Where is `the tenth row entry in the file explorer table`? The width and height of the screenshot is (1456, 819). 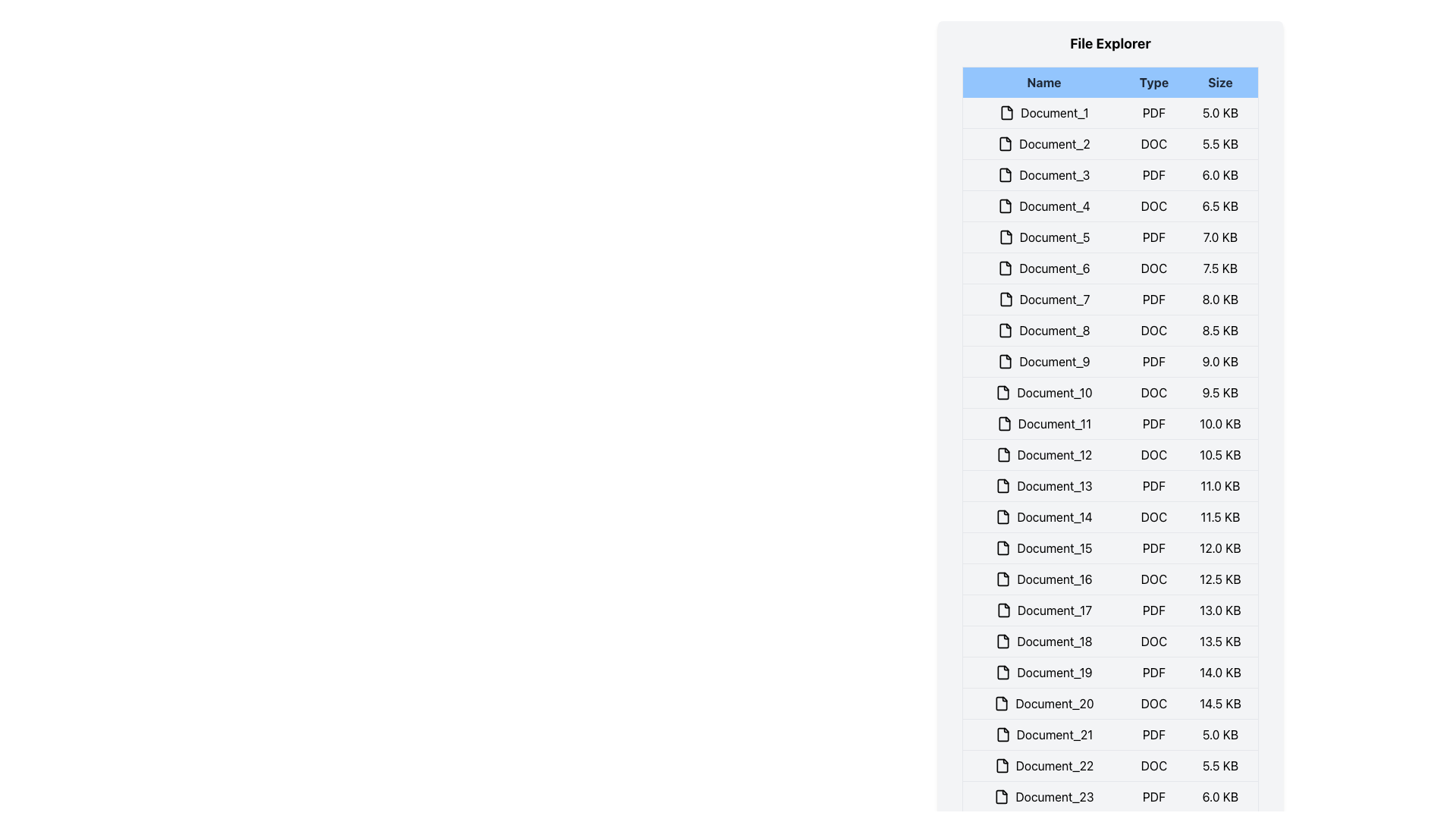 the tenth row entry in the file explorer table is located at coordinates (1110, 391).